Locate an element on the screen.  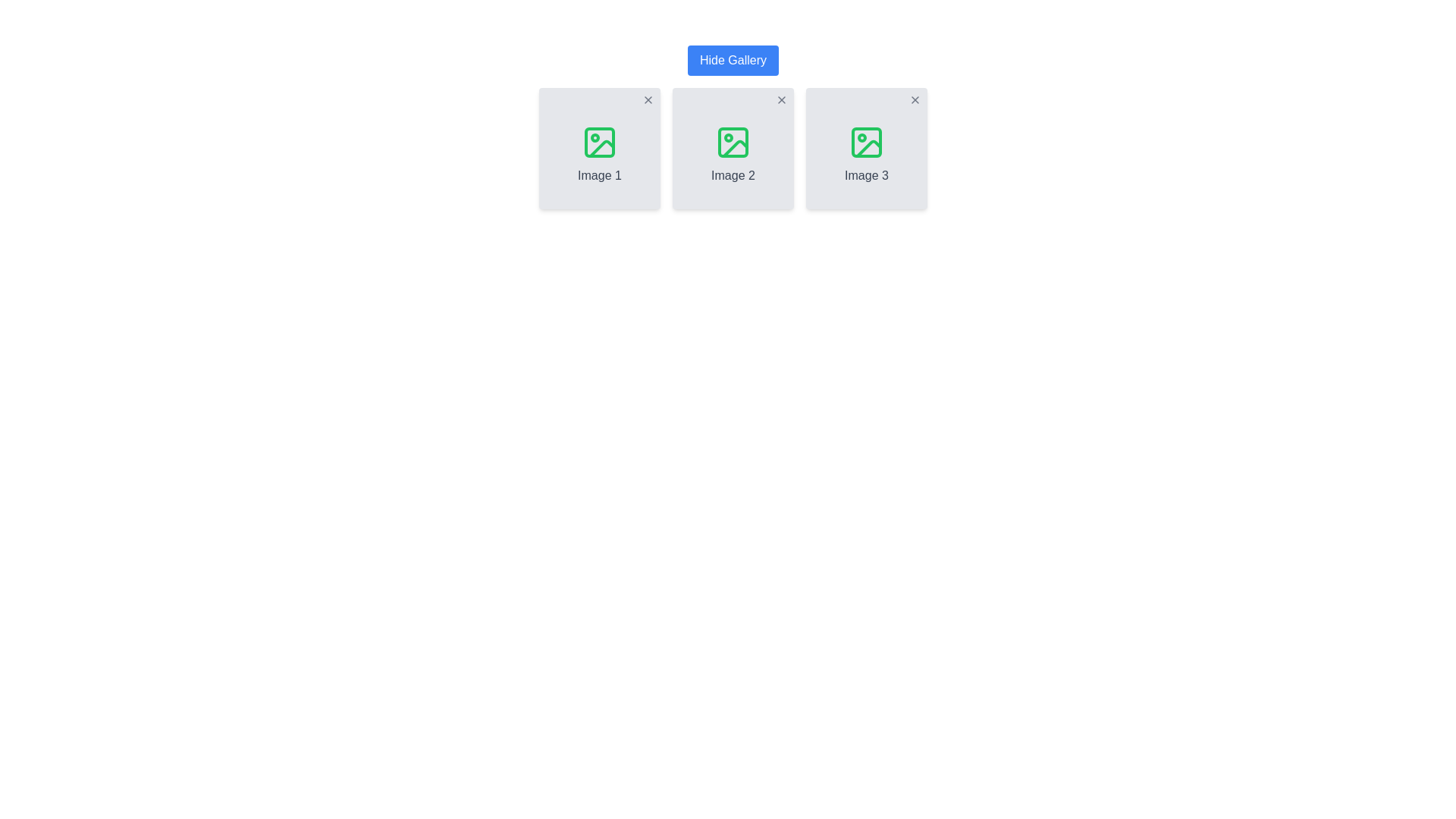
the rectangular button with rounded corners that has a blue background and white text reading 'Hide Gallery' is located at coordinates (733, 60).